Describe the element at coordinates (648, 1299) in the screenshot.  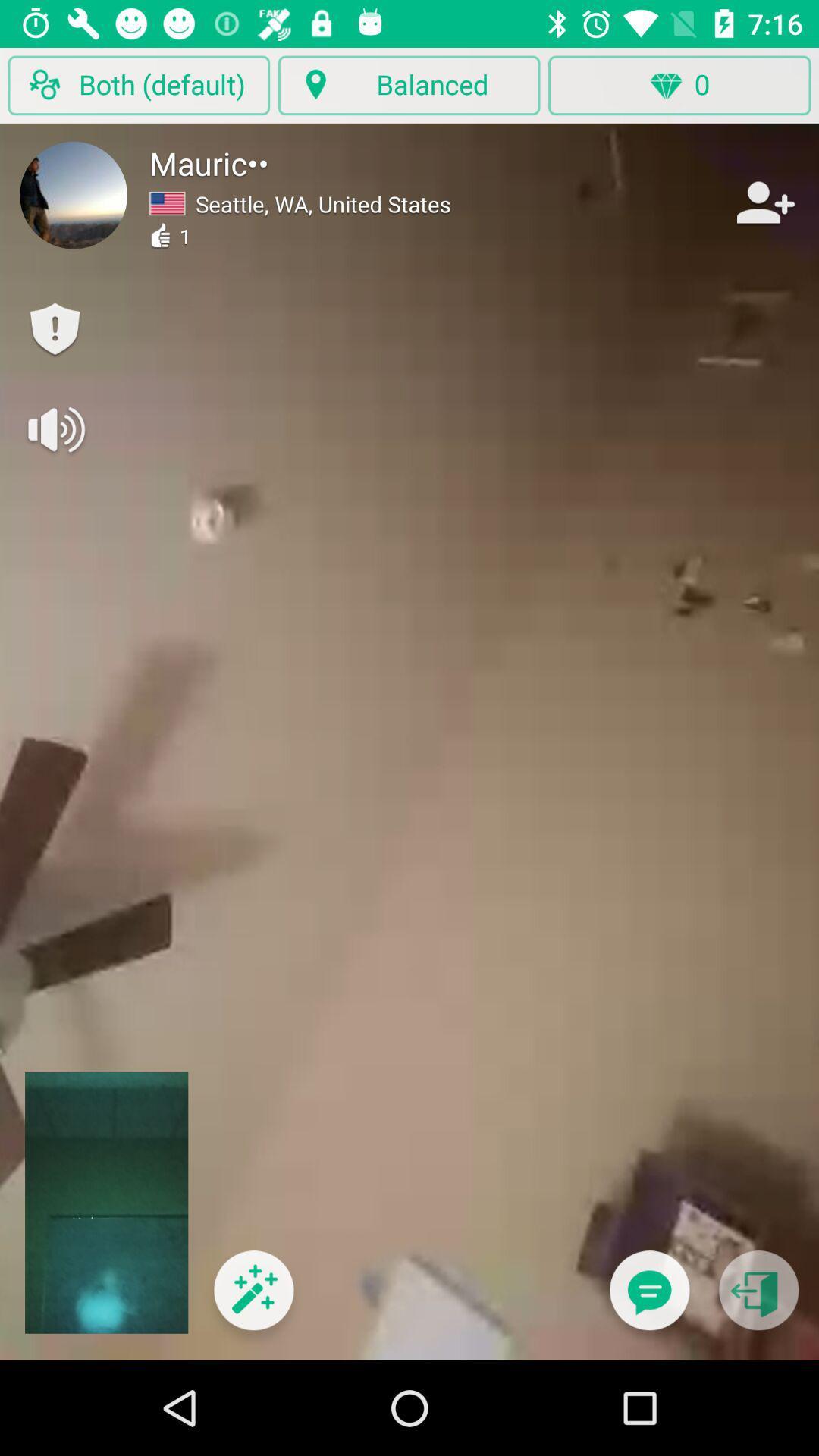
I see `the chat icon` at that location.